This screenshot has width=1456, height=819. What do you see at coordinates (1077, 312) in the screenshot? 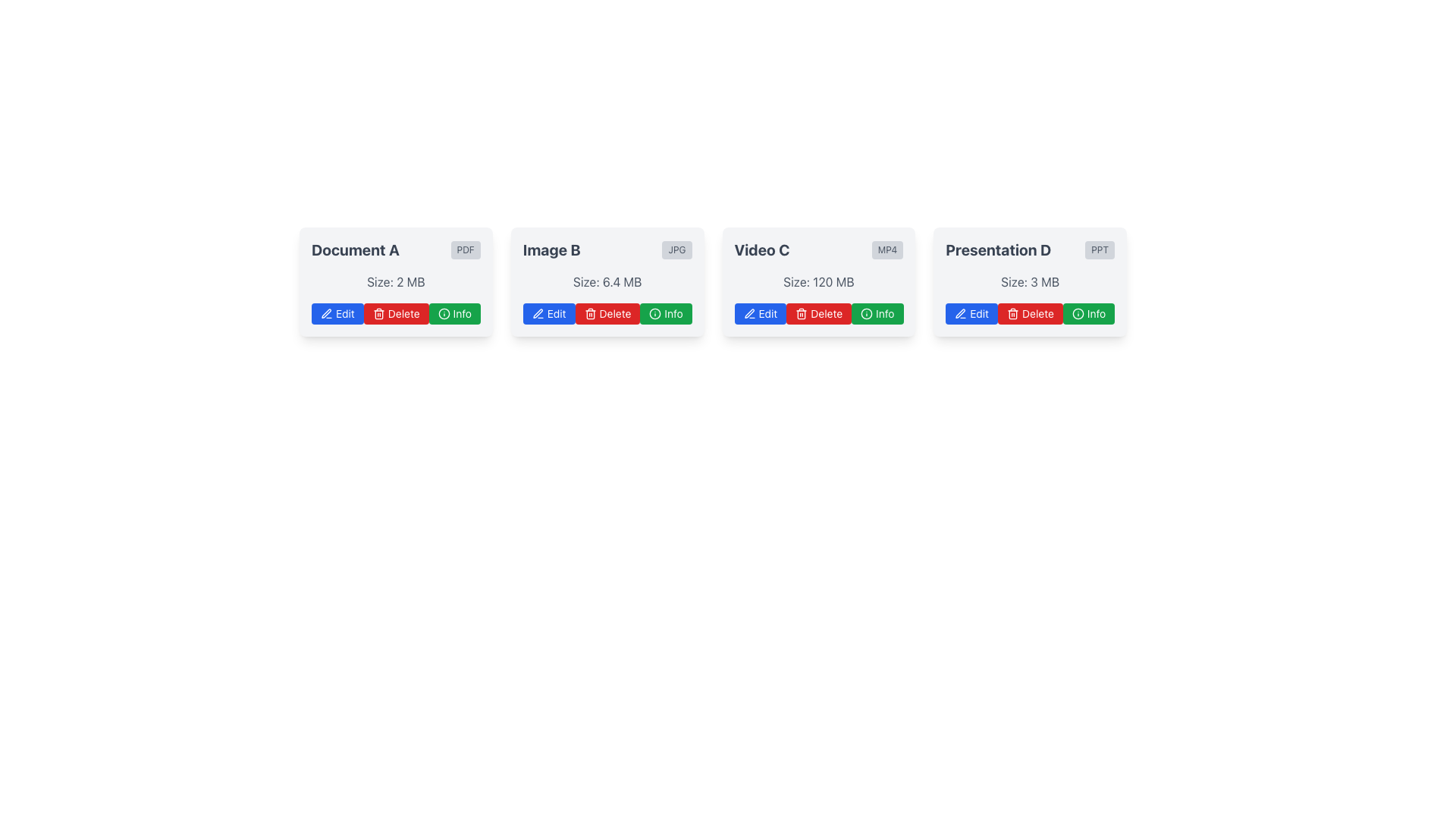
I see `the information indicator icon located to the left of the 'Info' text within the green button at the bottom of the 'Presentation D' block` at bounding box center [1077, 312].